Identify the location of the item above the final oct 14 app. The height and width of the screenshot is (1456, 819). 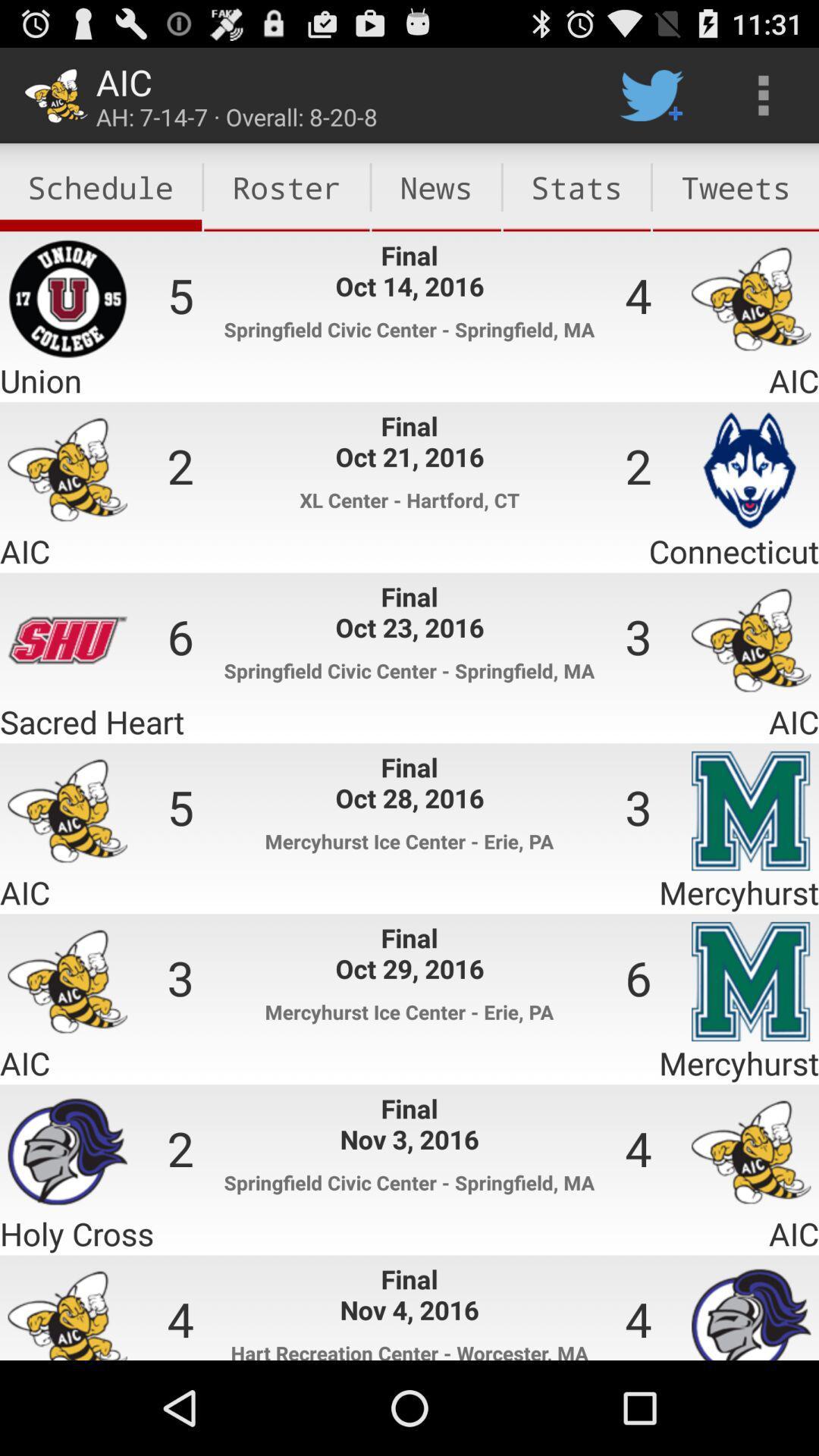
(436, 187).